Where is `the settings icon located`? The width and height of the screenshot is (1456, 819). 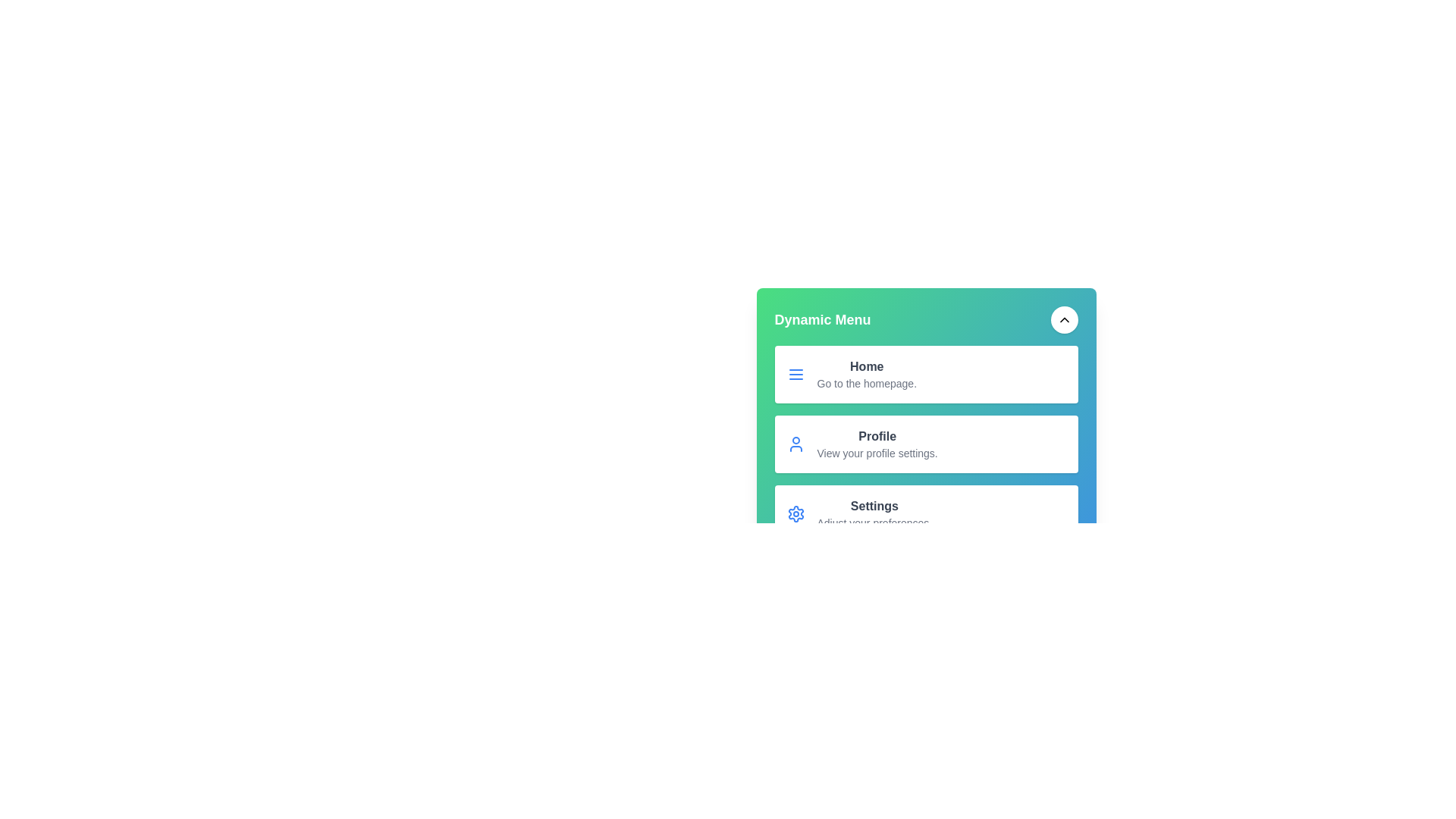 the settings icon located is located at coordinates (795, 513).